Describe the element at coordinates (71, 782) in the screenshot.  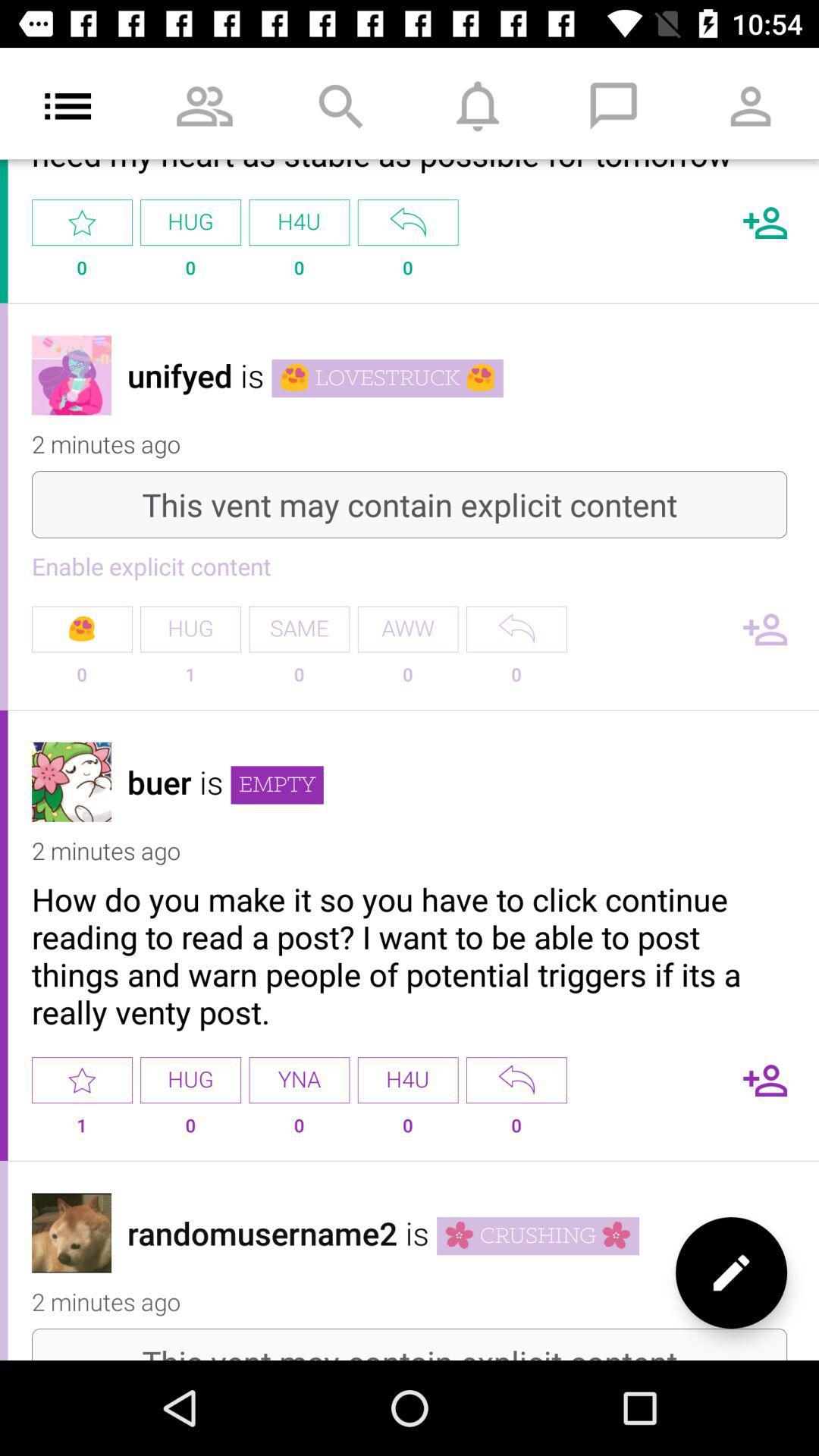
I see `user profile` at that location.